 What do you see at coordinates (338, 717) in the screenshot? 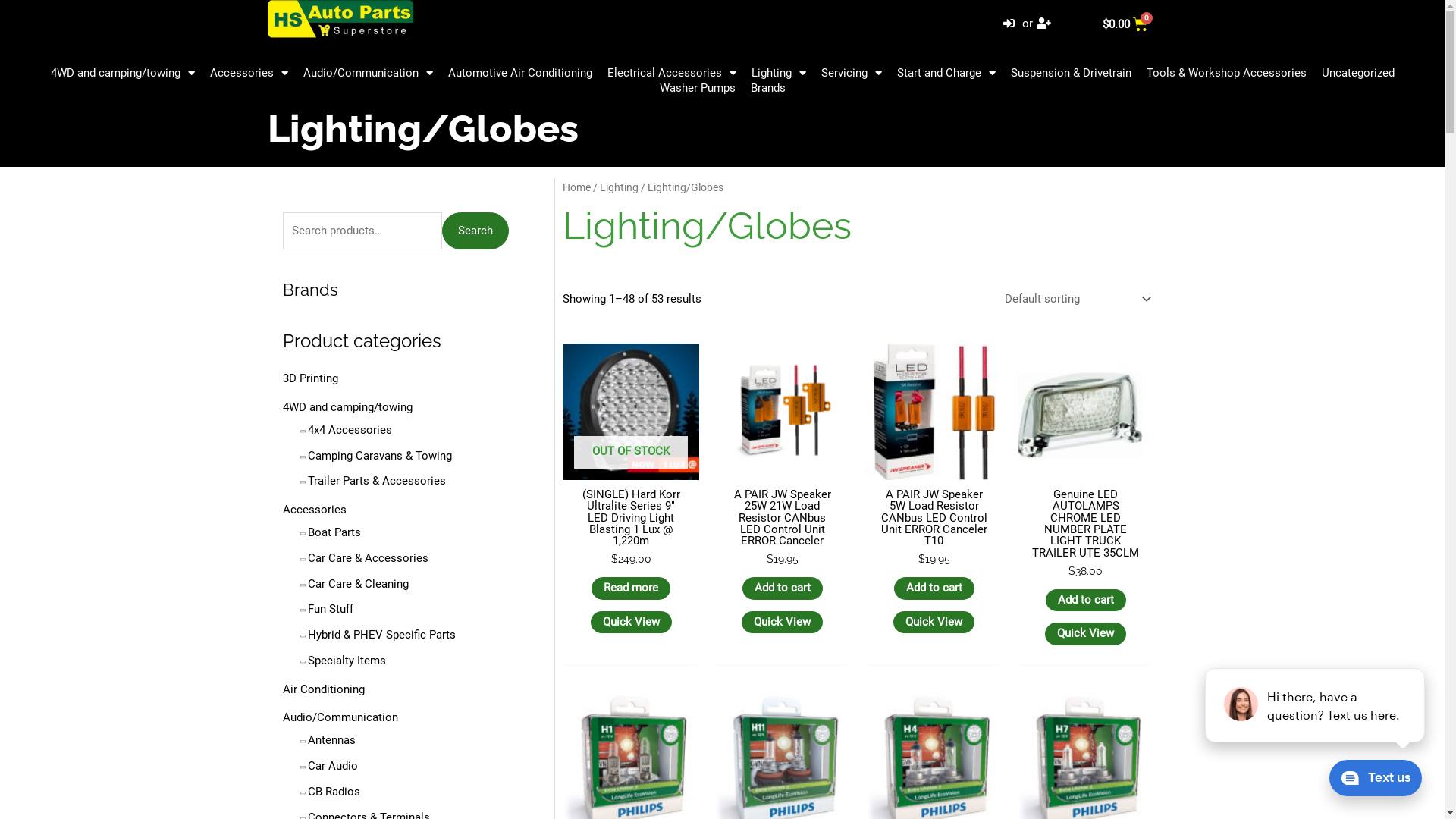
I see `'Audio/Communication'` at bounding box center [338, 717].